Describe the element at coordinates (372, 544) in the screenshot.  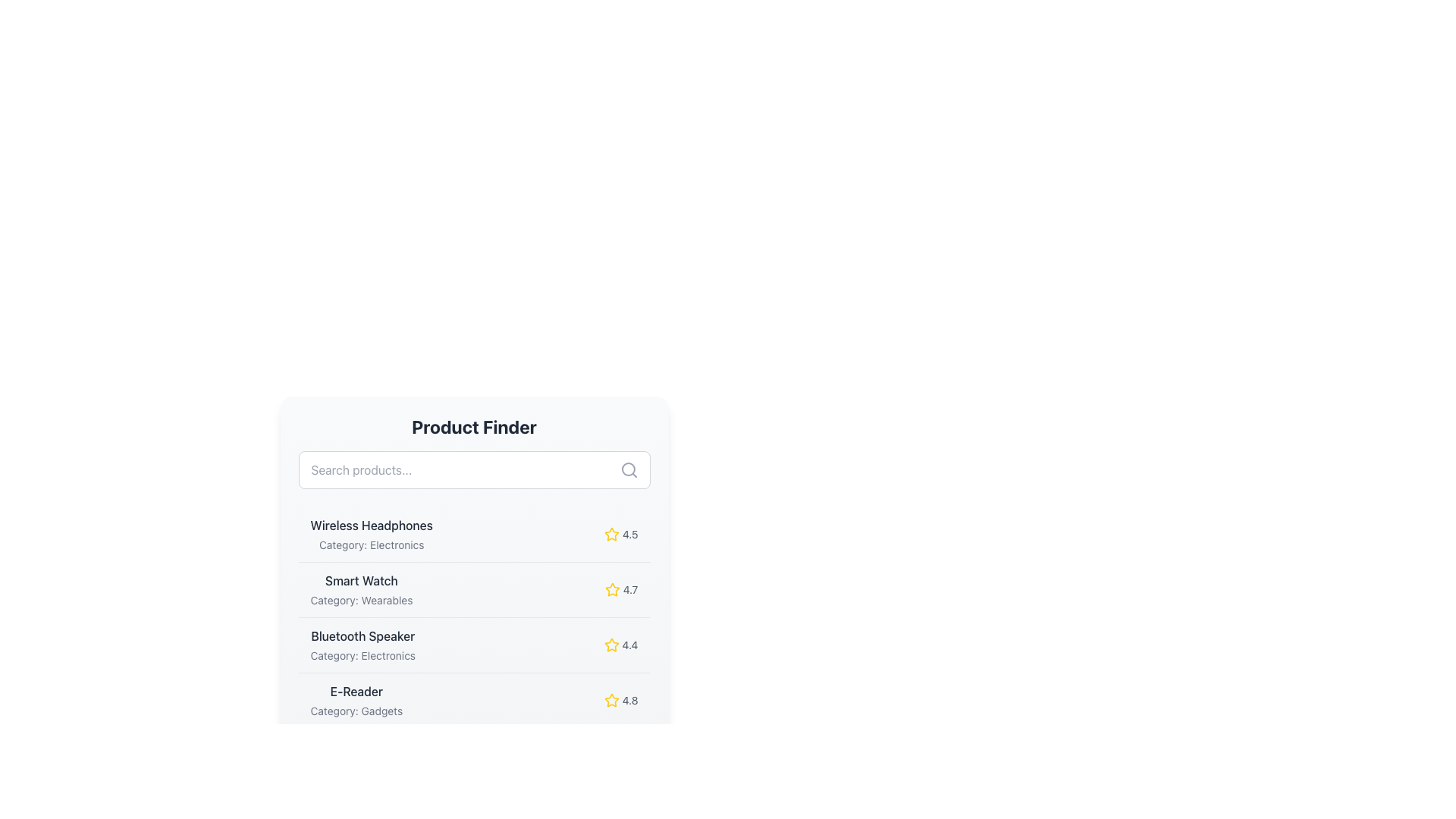
I see `the Text Label that provides category information for the product 'Wireless Headphones', located directly under the product title` at that location.